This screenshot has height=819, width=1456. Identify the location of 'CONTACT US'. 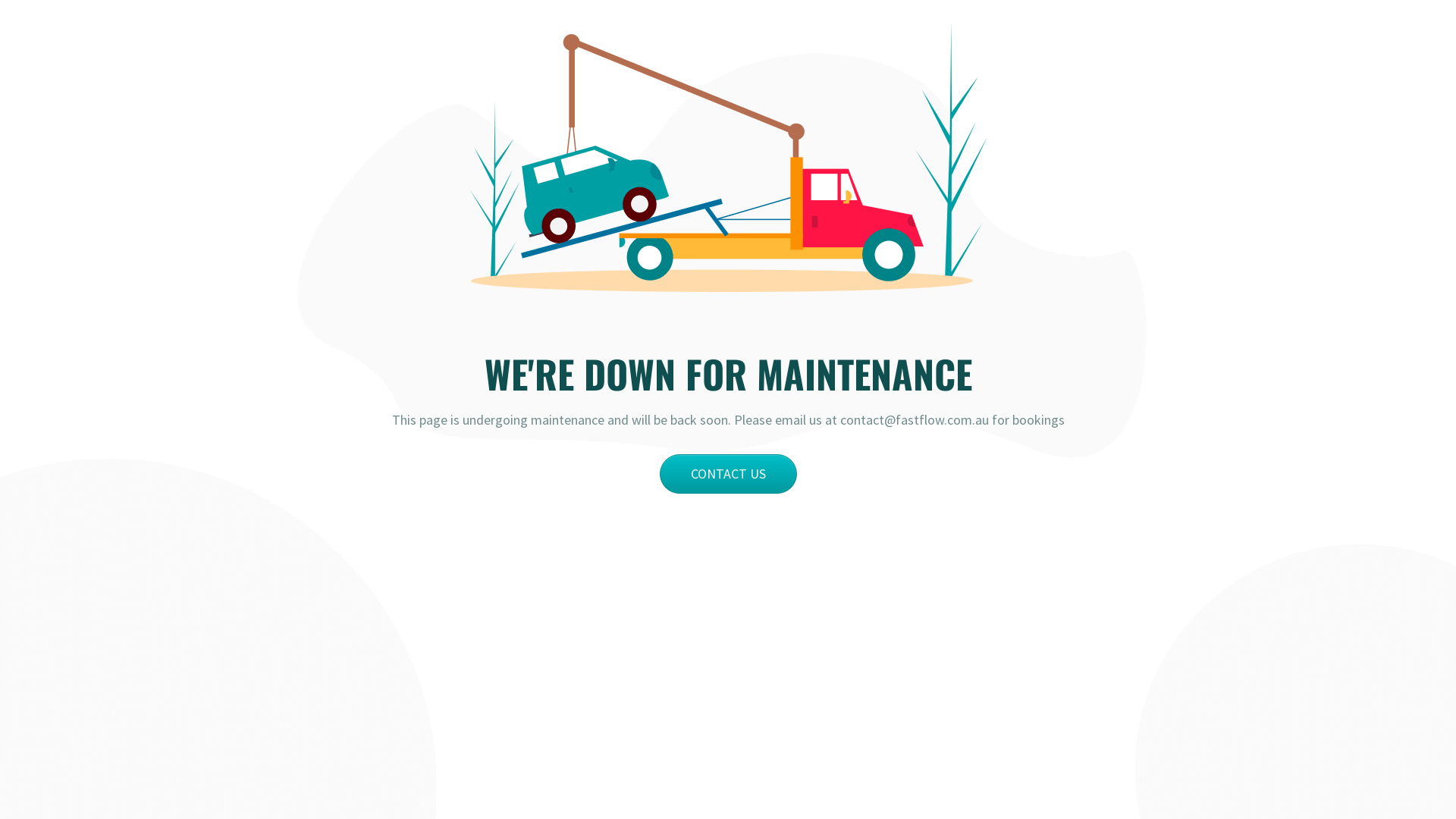
(728, 472).